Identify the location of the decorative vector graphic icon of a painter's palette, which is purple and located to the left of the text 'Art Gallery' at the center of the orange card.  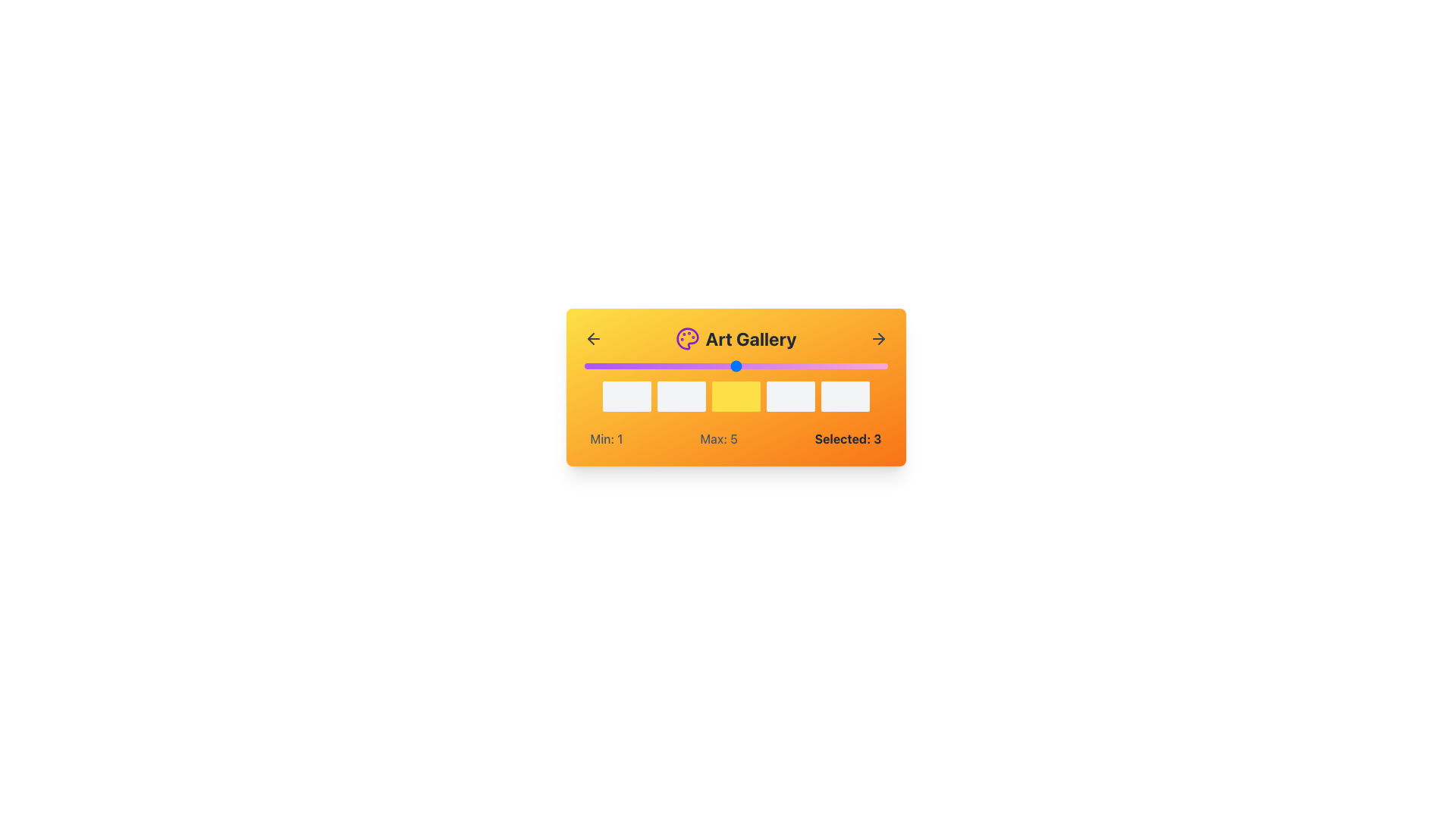
(686, 338).